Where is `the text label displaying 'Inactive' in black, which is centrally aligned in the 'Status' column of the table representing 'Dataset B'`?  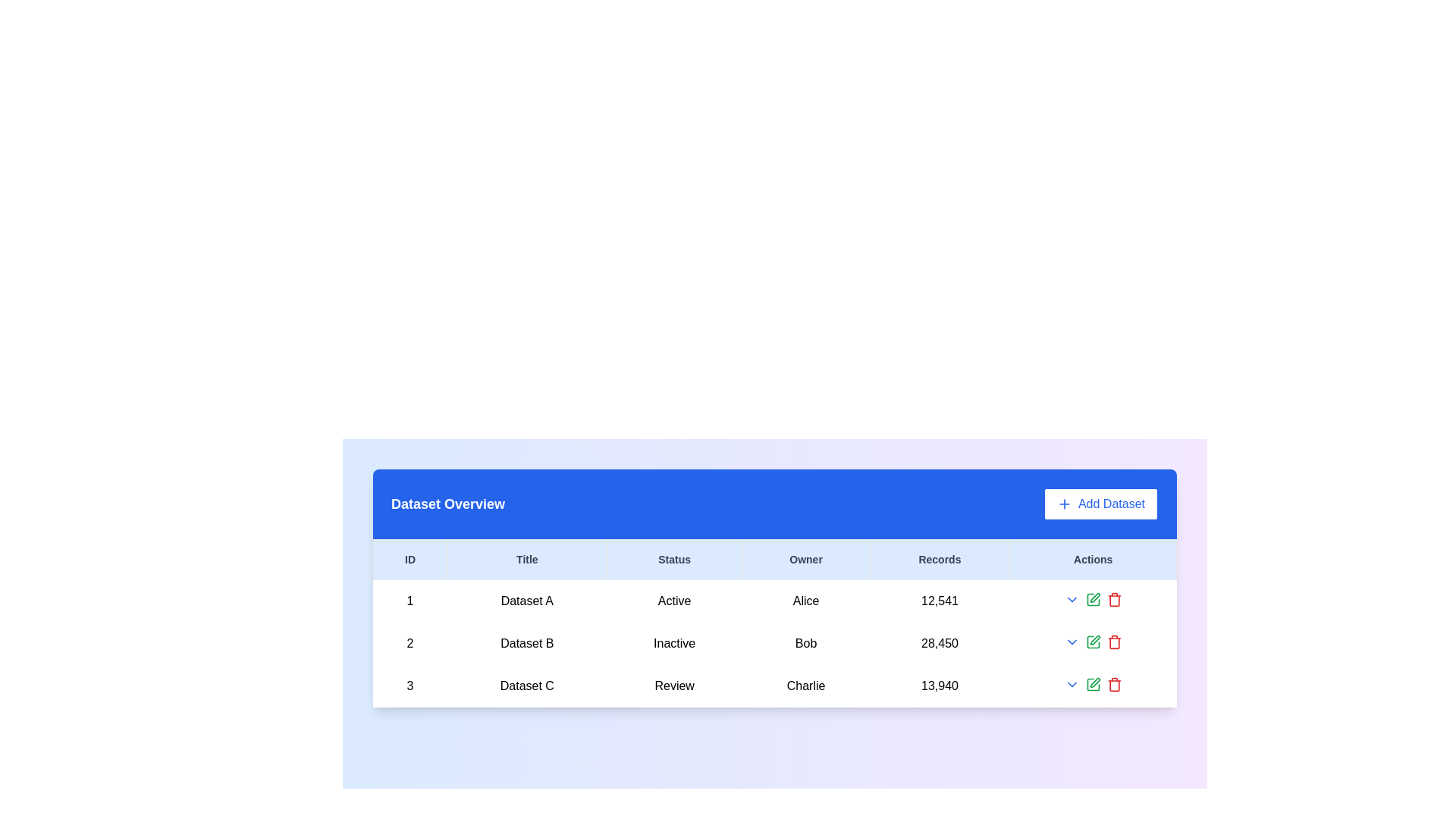 the text label displaying 'Inactive' in black, which is centrally aligned in the 'Status' column of the table representing 'Dataset B' is located at coordinates (673, 643).